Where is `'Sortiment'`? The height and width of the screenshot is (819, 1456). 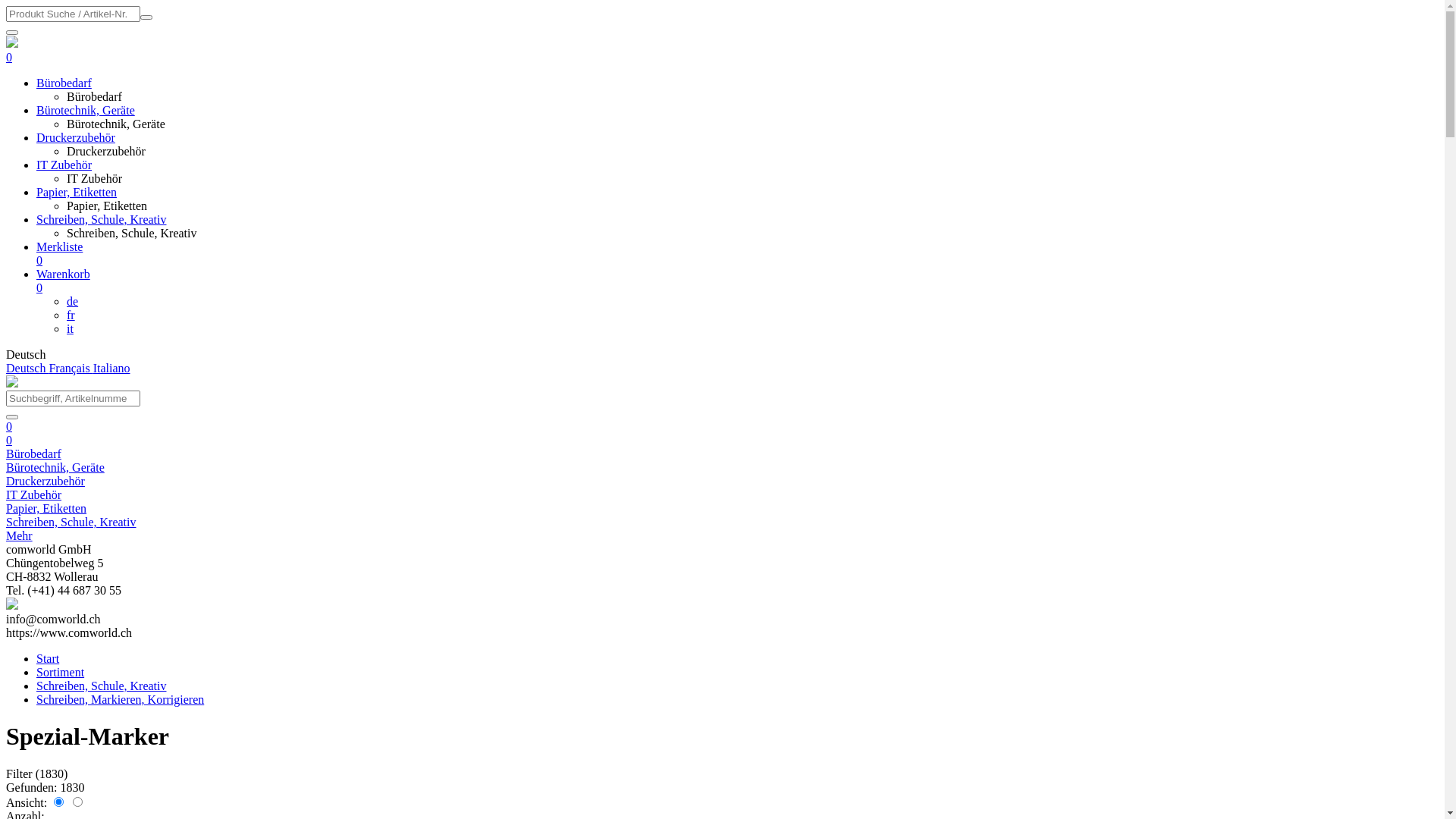 'Sortiment' is located at coordinates (60, 671).